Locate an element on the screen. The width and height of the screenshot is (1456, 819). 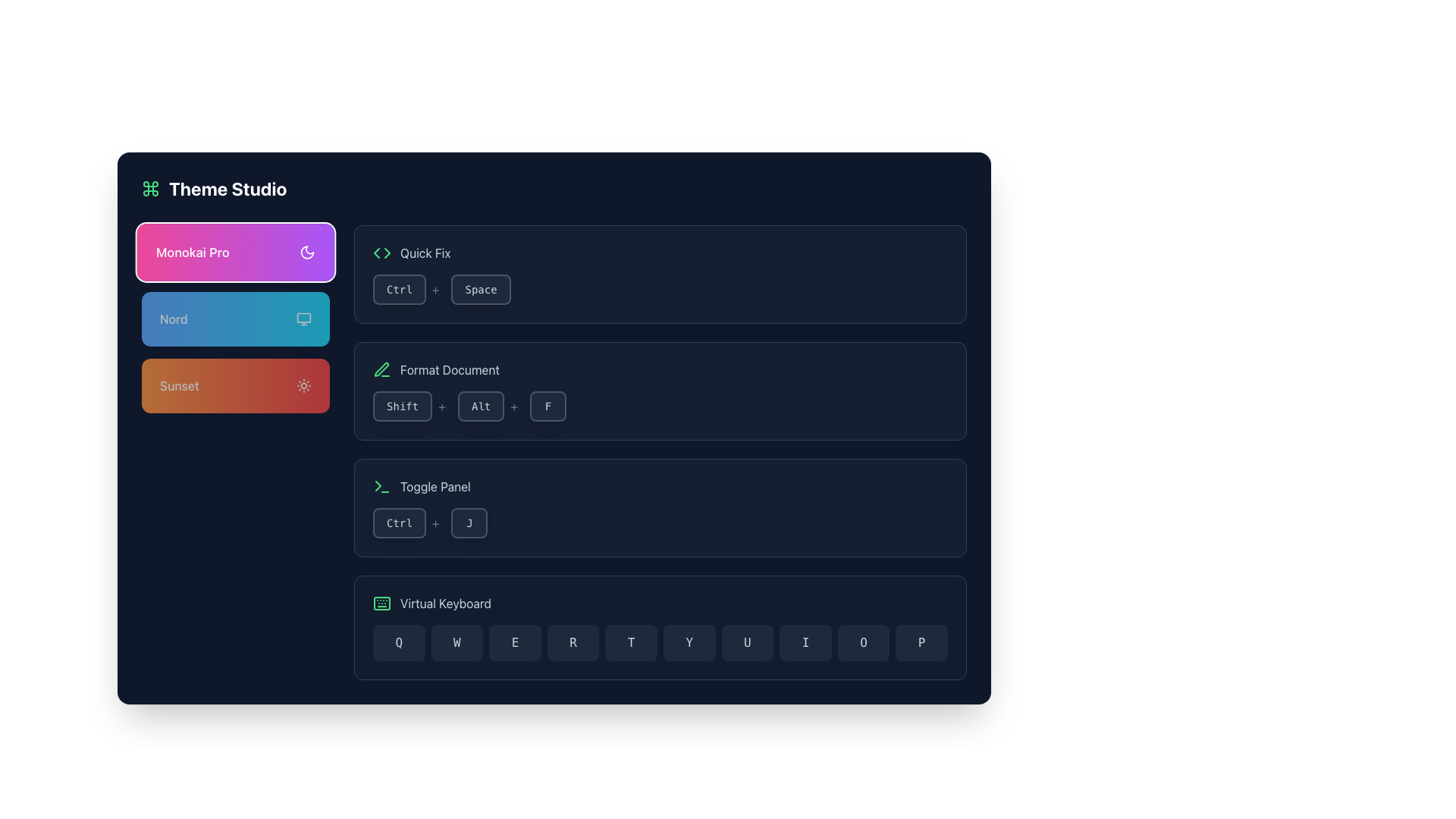
the 'Ctrl' key button-like display component, which represents part of a keyboard shortcut combination, positioned to the left of a '+' symbol in the 'Quick Fix' area is located at coordinates (399, 289).